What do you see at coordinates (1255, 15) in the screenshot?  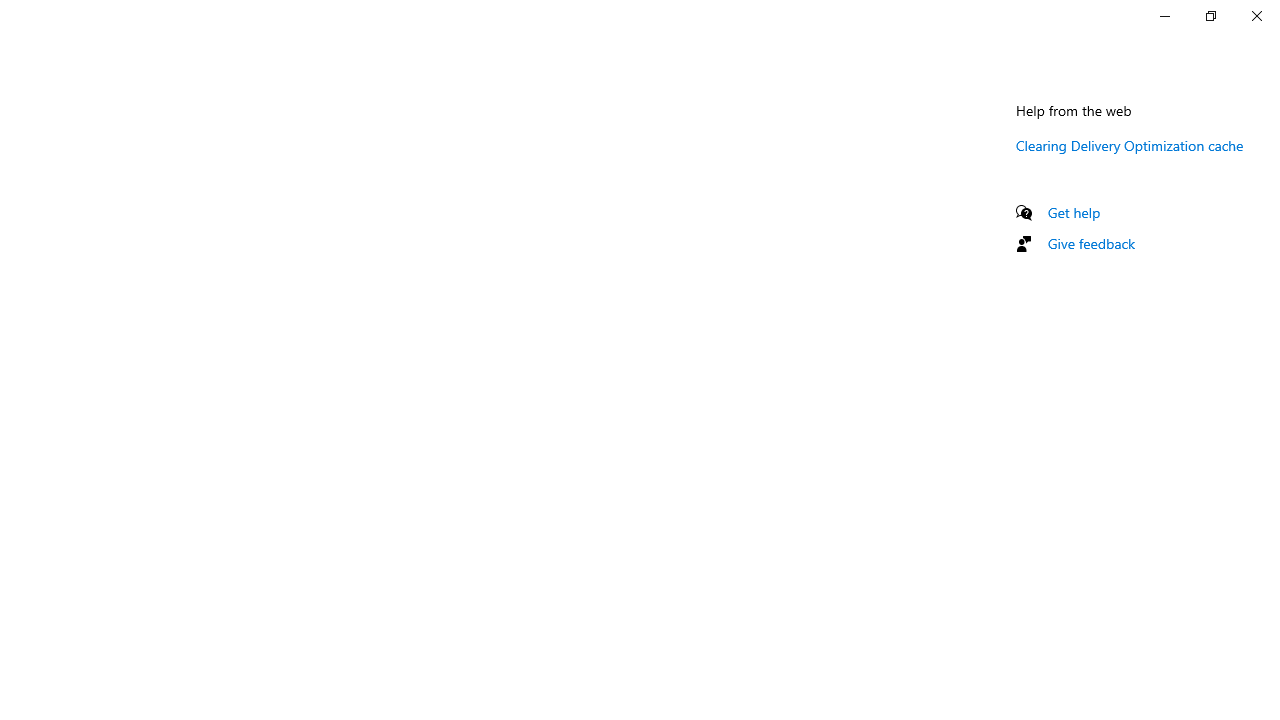 I see `'Close Settings'` at bounding box center [1255, 15].